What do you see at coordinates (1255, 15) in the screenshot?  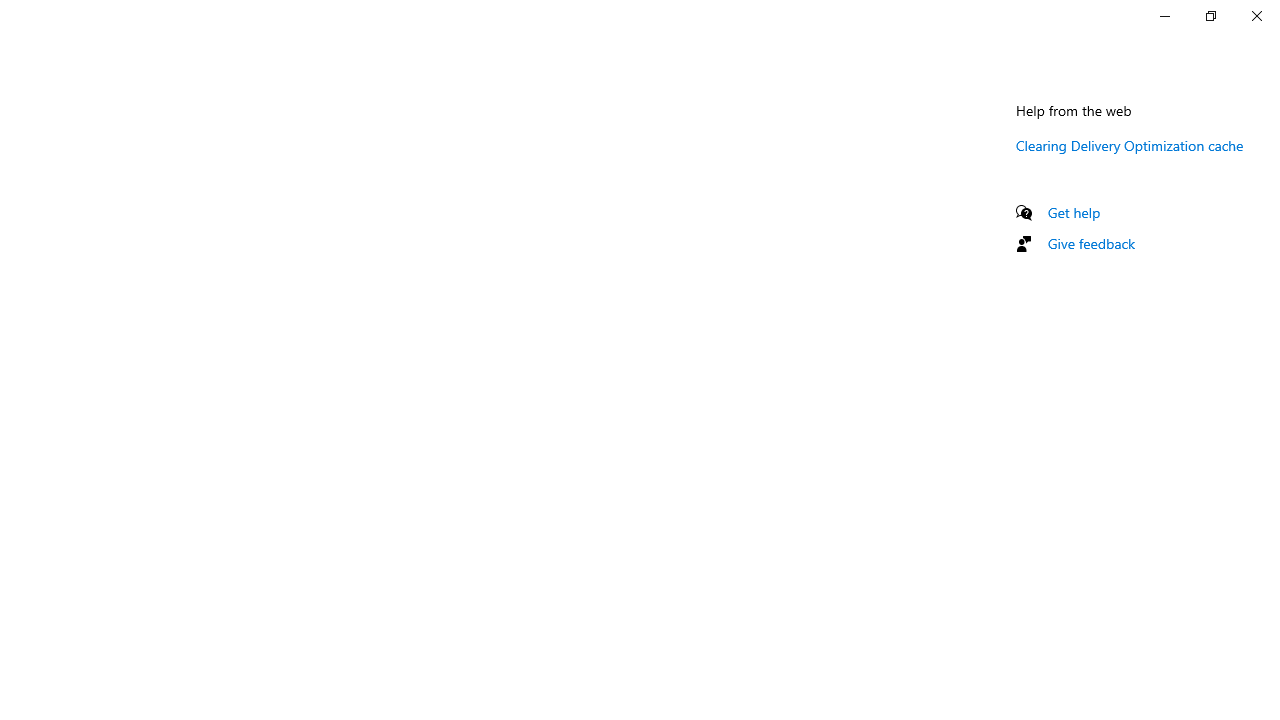 I see `'Close Settings'` at bounding box center [1255, 15].